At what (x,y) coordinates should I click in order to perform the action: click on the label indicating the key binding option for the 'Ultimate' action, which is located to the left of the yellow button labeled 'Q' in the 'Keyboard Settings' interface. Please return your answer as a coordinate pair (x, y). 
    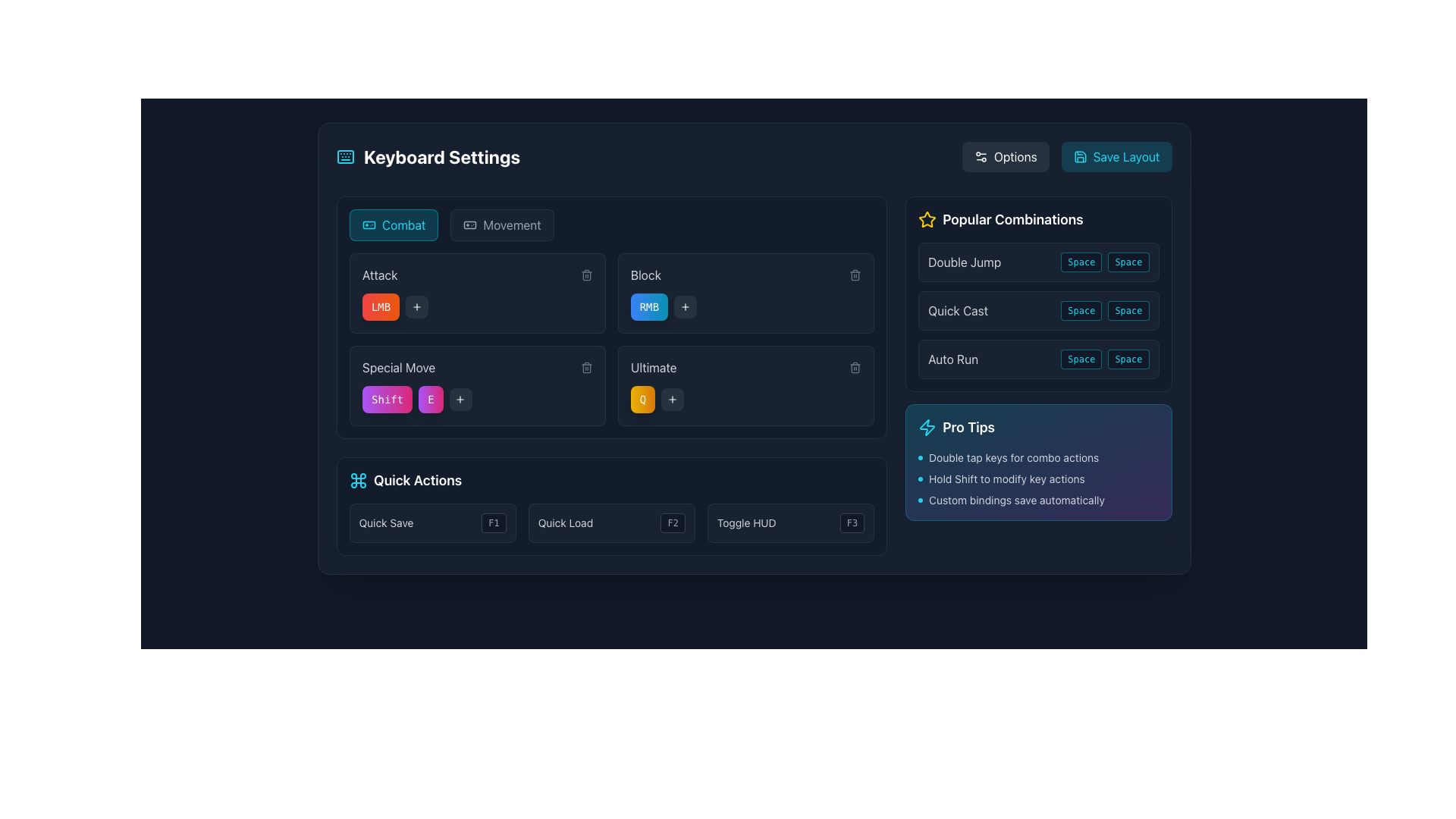
    Looking at the image, I should click on (654, 368).